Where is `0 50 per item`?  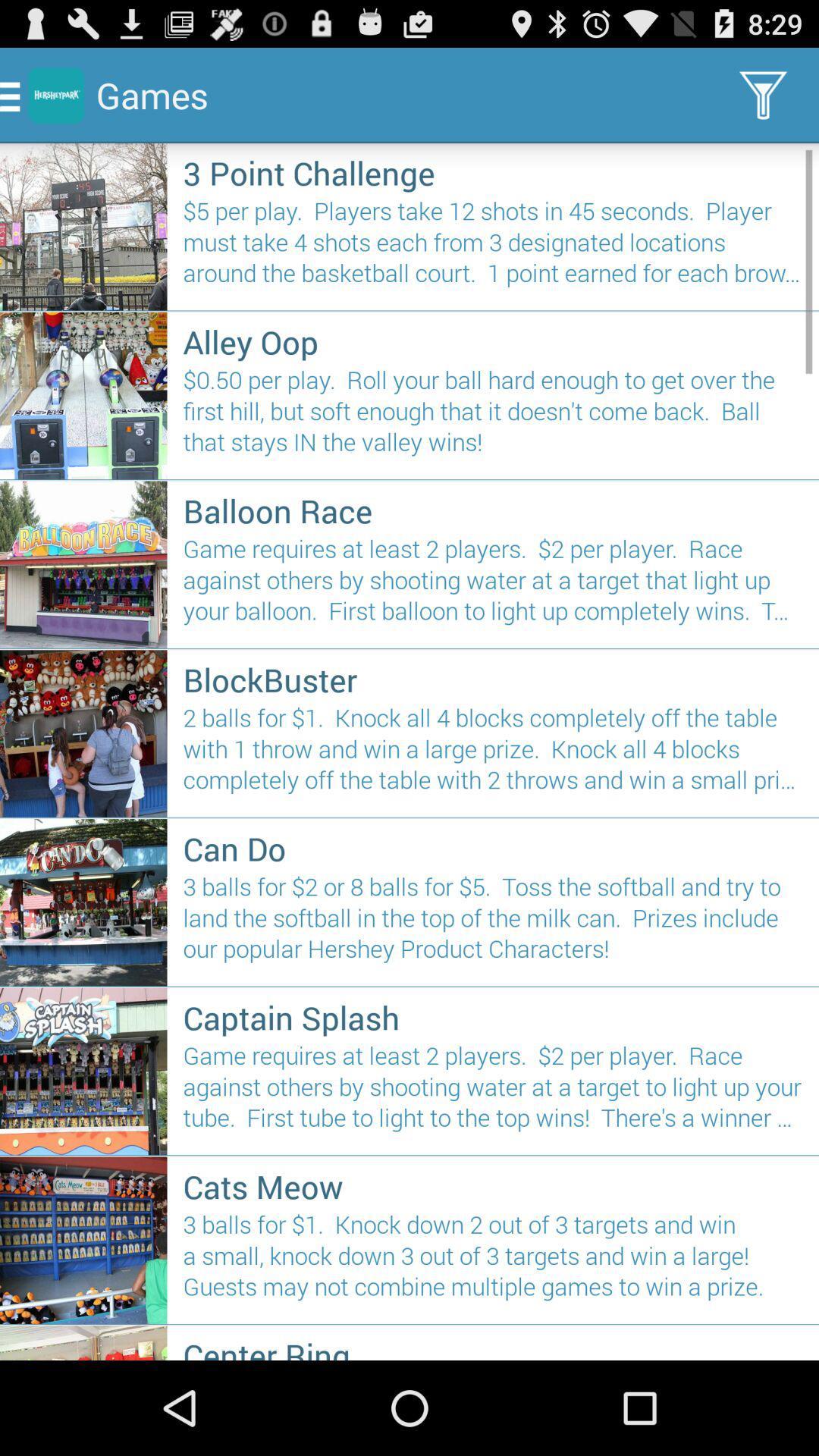
0 50 per item is located at coordinates (493, 417).